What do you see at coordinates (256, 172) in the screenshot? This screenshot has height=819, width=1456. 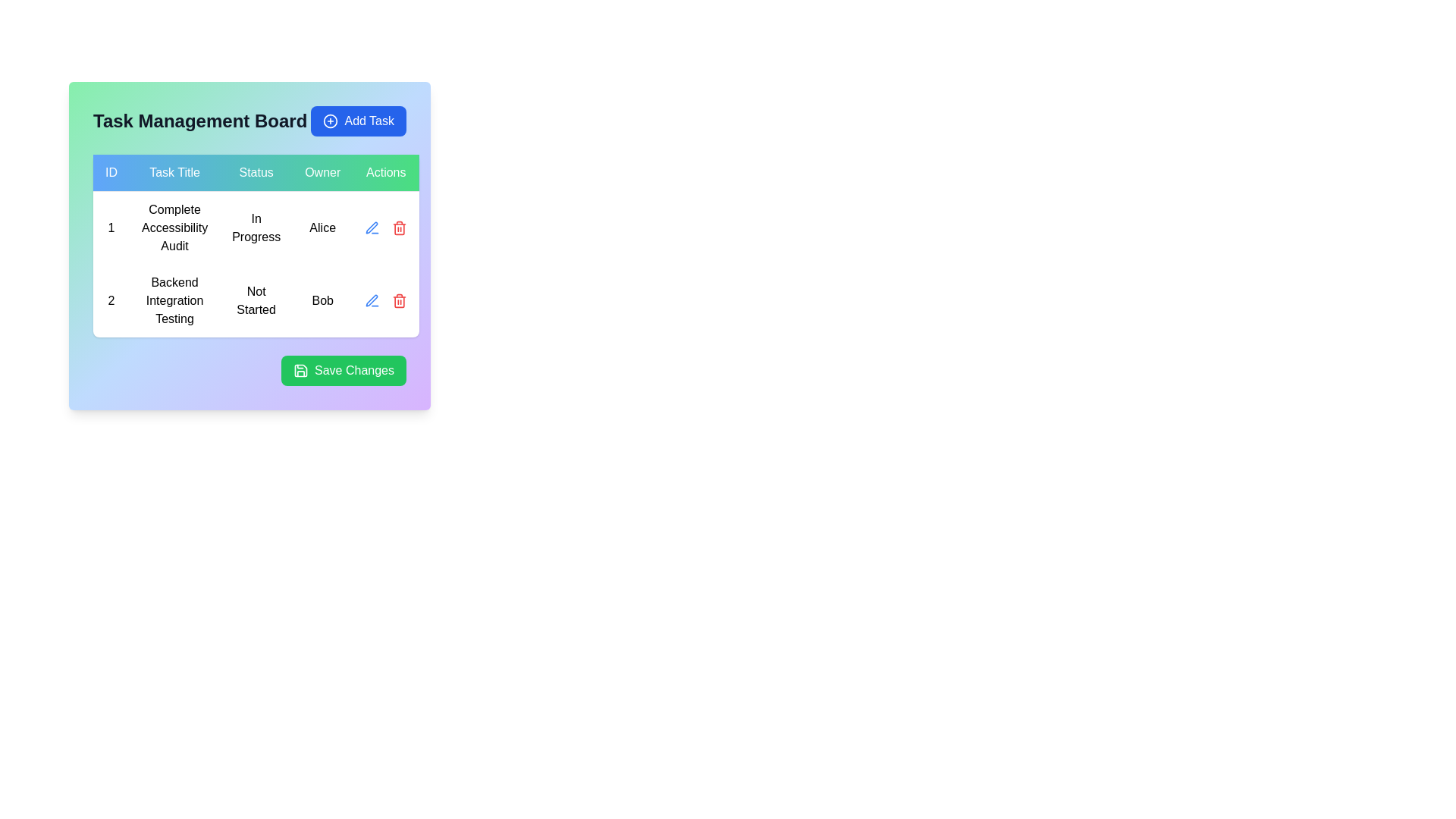 I see `column labels from the header row of the Task Management Board, which includes ID numbers, task titles, task statuses, owners, and available actions` at bounding box center [256, 172].